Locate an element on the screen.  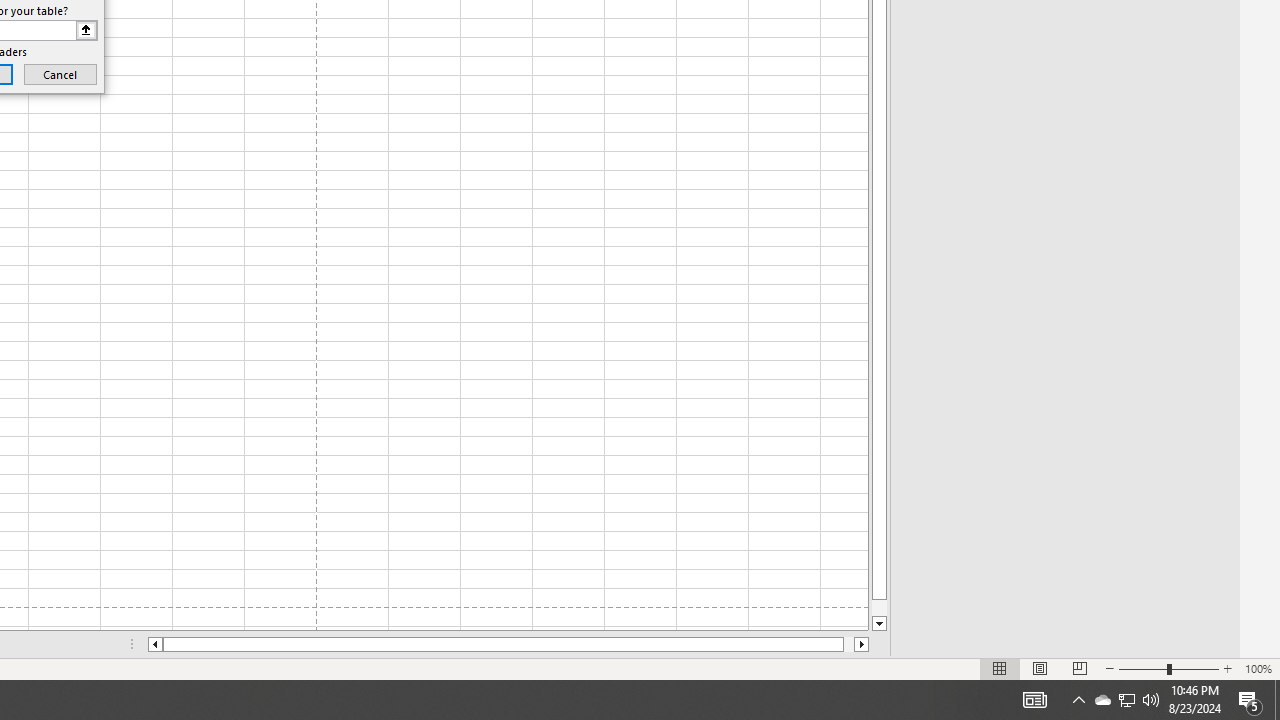
'Normal' is located at coordinates (1000, 669).